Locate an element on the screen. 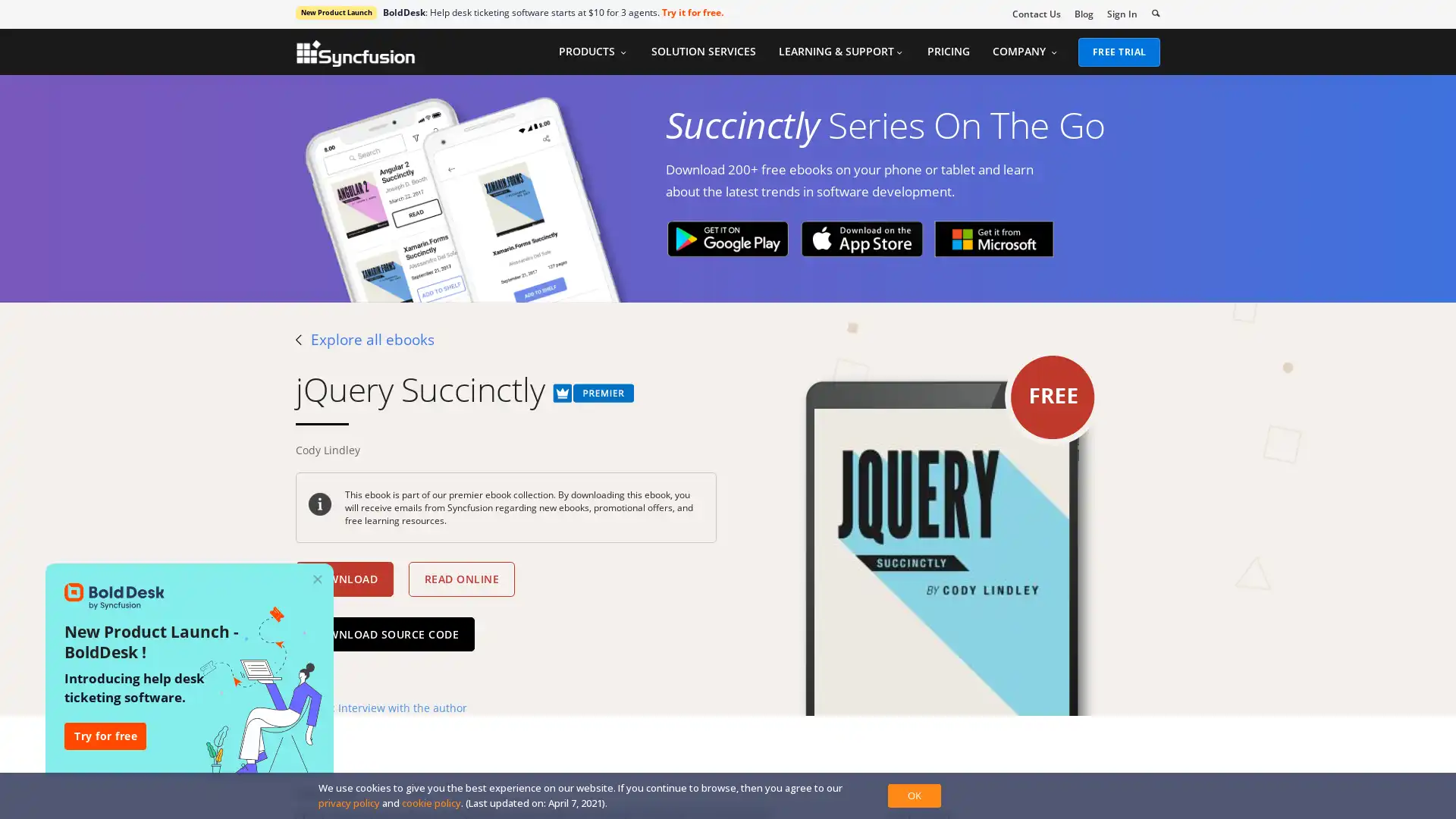  COMPANY is located at coordinates (1025, 51).